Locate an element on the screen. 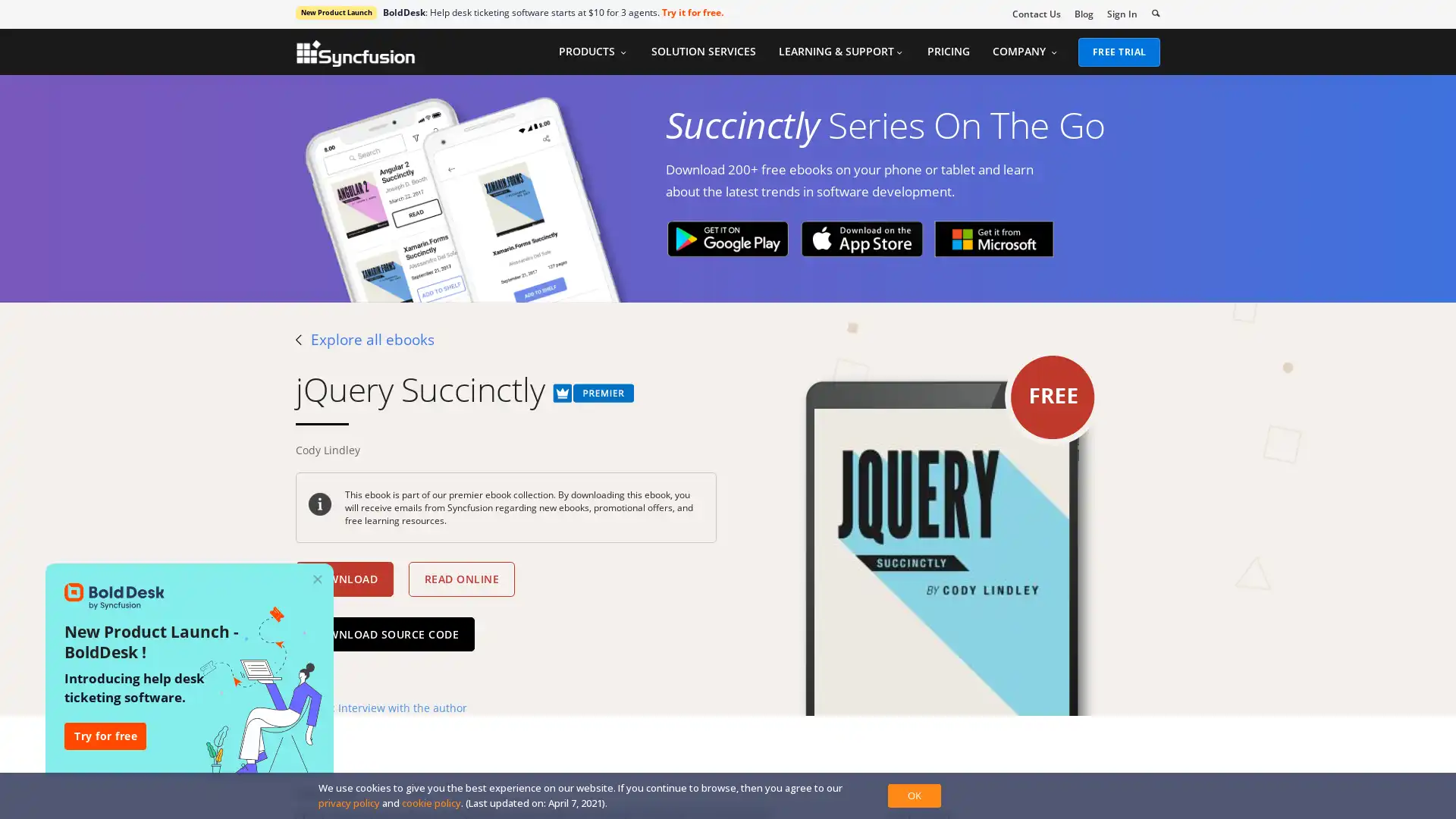  COMPANY is located at coordinates (1025, 51).